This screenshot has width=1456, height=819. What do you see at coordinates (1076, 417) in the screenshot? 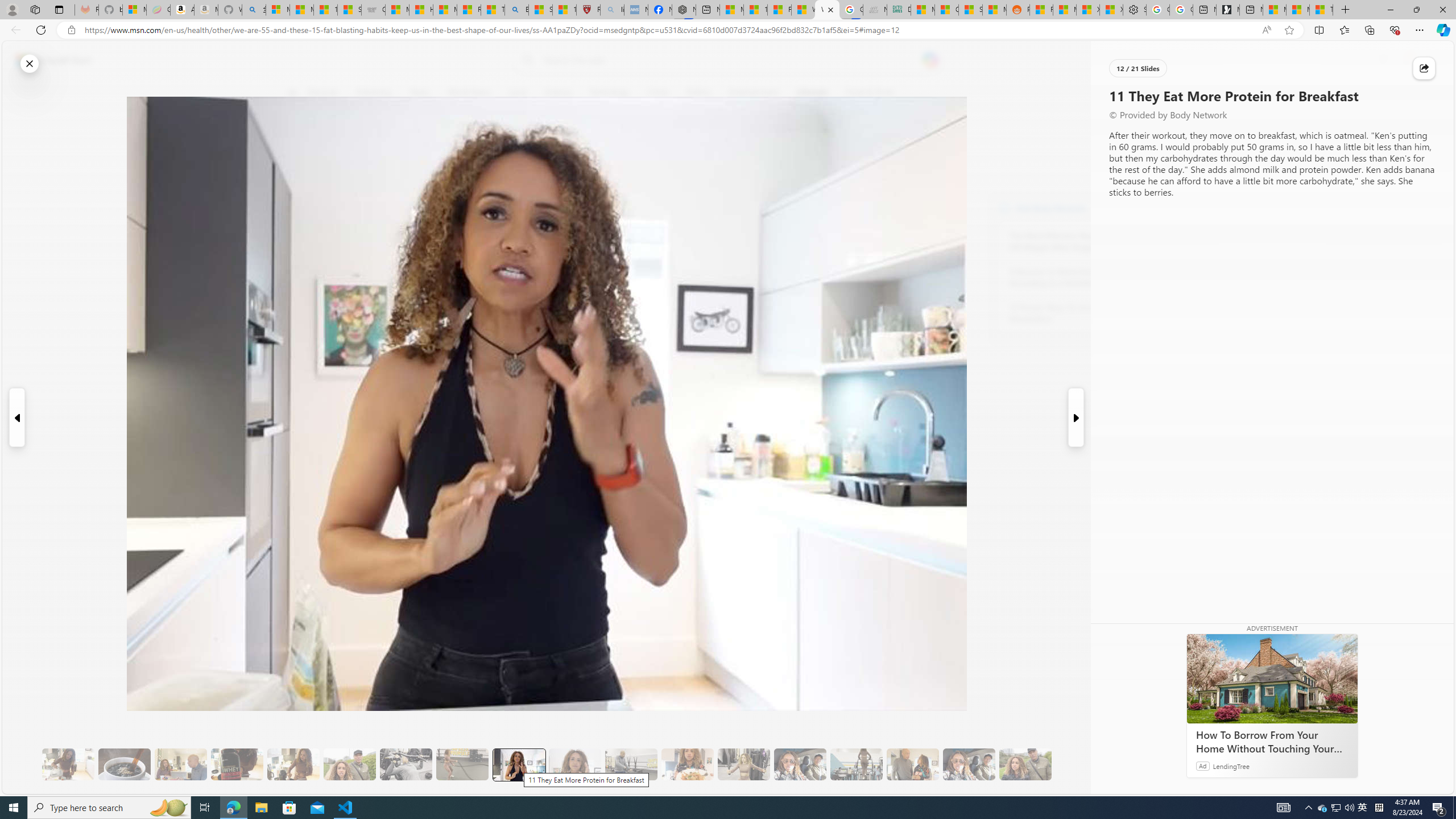
I see `'Next Slide'` at bounding box center [1076, 417].